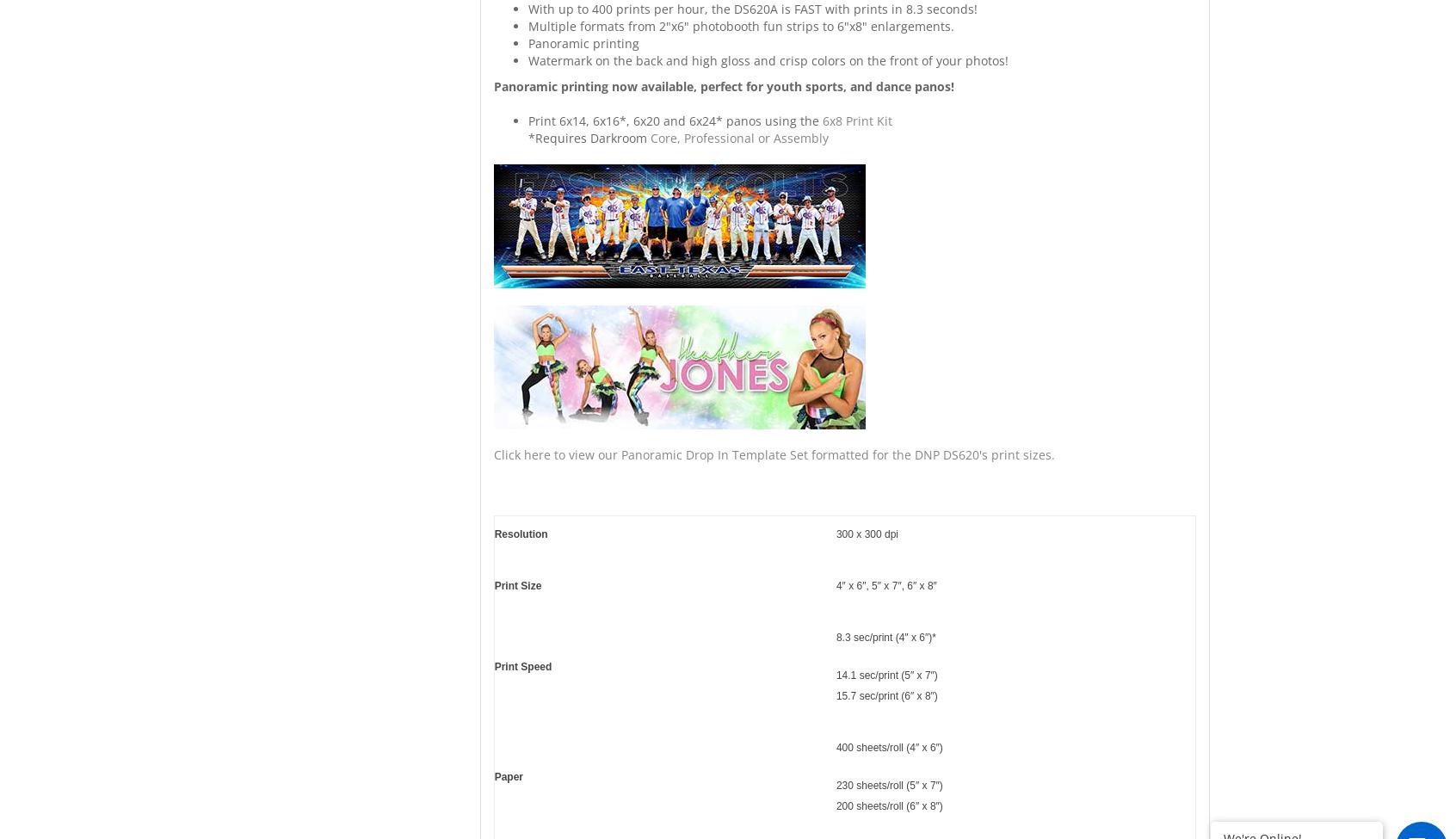  I want to click on '*Requires Darkroom', so click(589, 137).